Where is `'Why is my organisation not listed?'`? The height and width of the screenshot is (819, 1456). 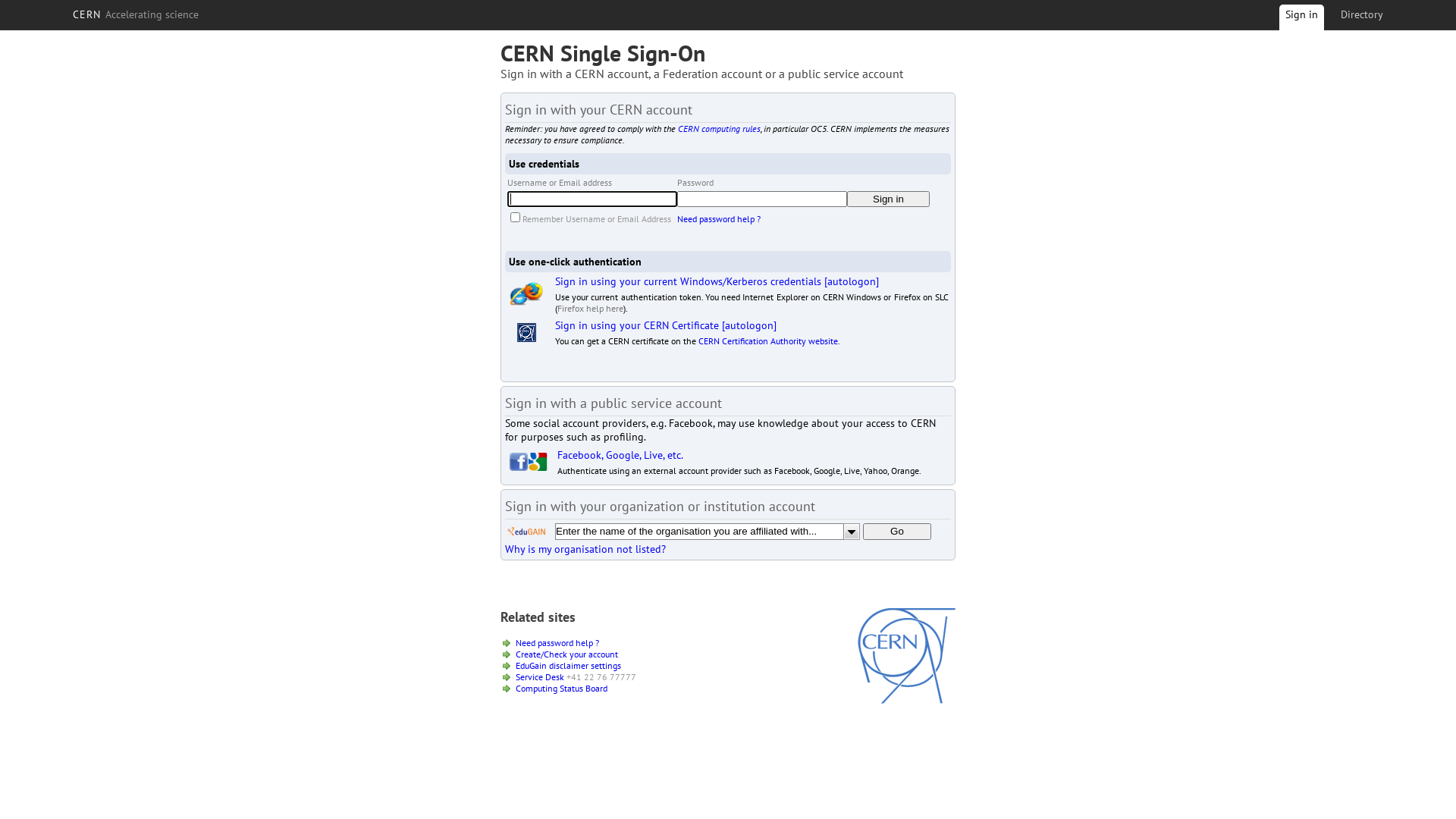 'Why is my organisation not listed?' is located at coordinates (505, 549).